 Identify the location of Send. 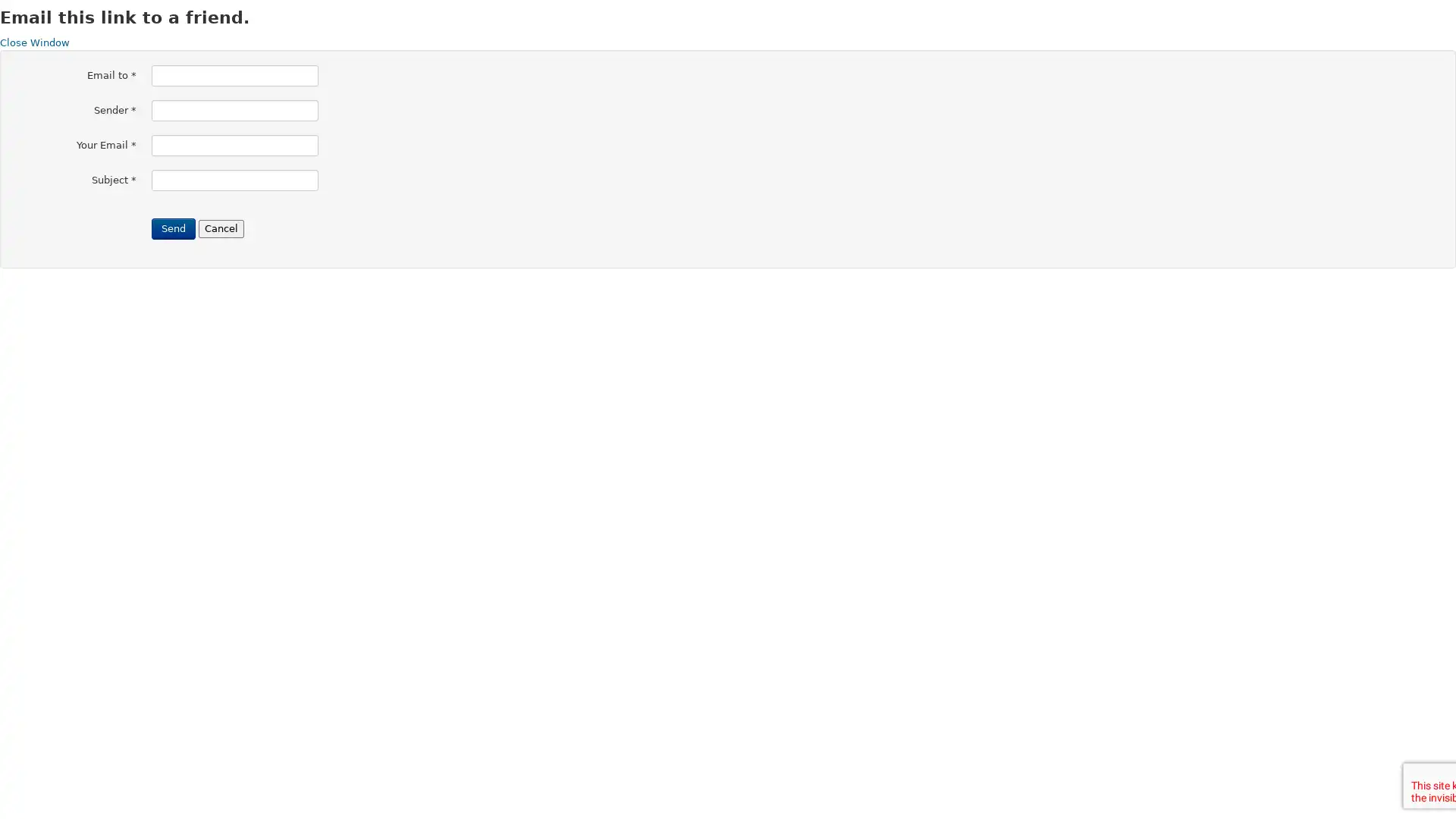
(174, 228).